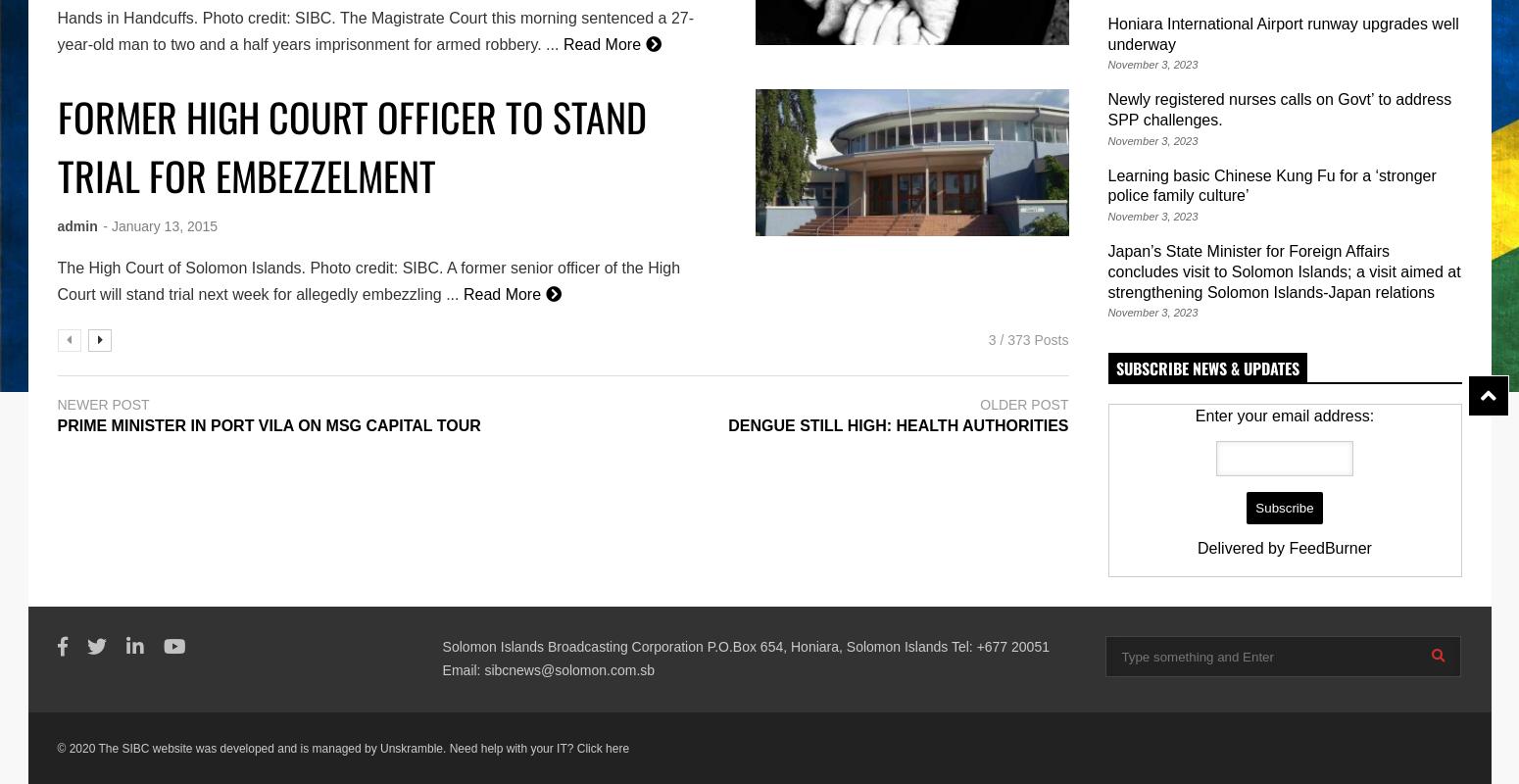 Image resolution: width=1519 pixels, height=784 pixels. I want to click on 'DENGUE STILL HIGH: HEALTH AUTHORITIES', so click(898, 424).